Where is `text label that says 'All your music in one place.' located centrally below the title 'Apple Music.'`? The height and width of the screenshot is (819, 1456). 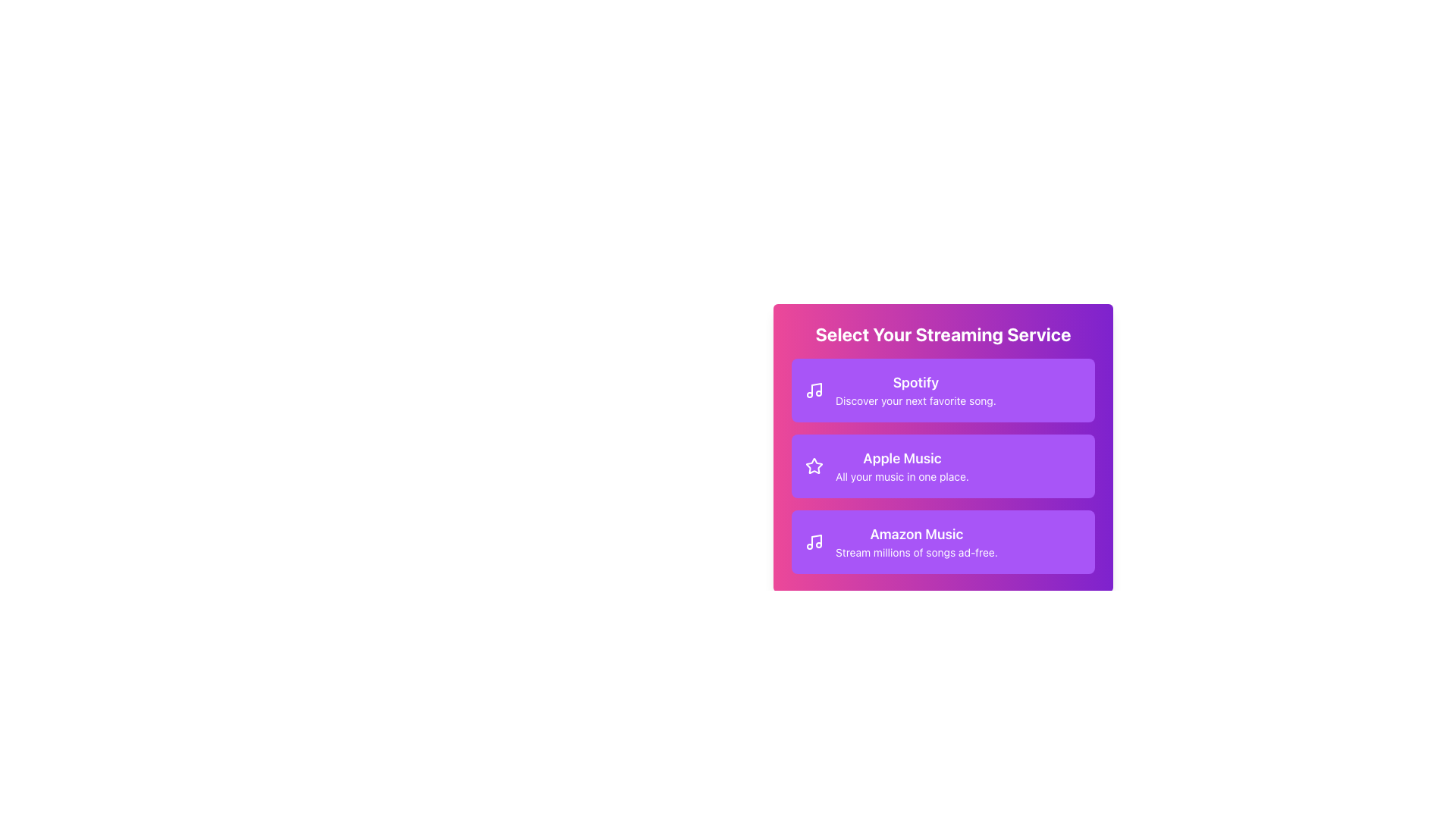
text label that says 'All your music in one place.' located centrally below the title 'Apple Music.' is located at coordinates (902, 475).